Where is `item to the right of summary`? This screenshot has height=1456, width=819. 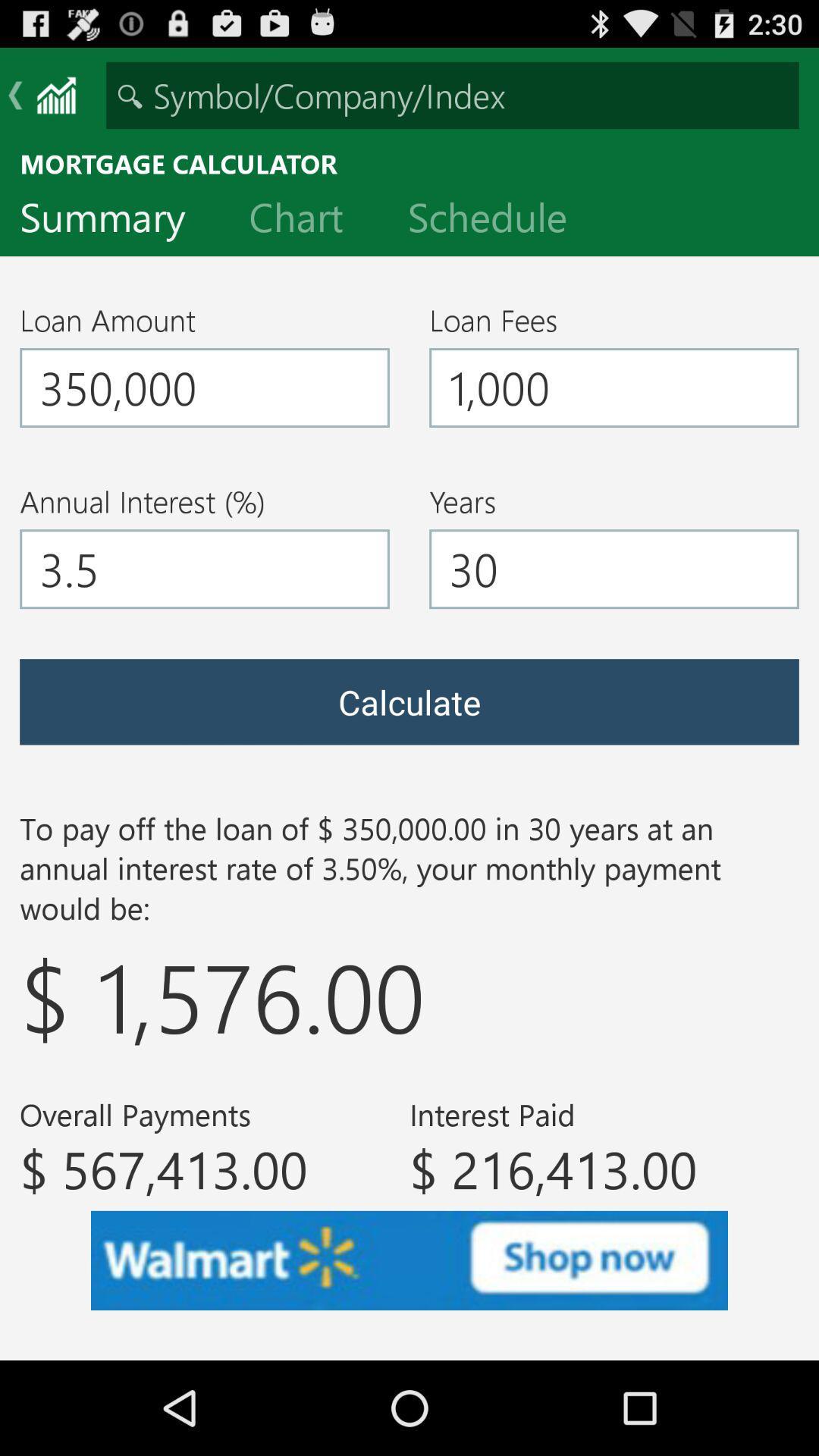
item to the right of summary is located at coordinates (307, 220).